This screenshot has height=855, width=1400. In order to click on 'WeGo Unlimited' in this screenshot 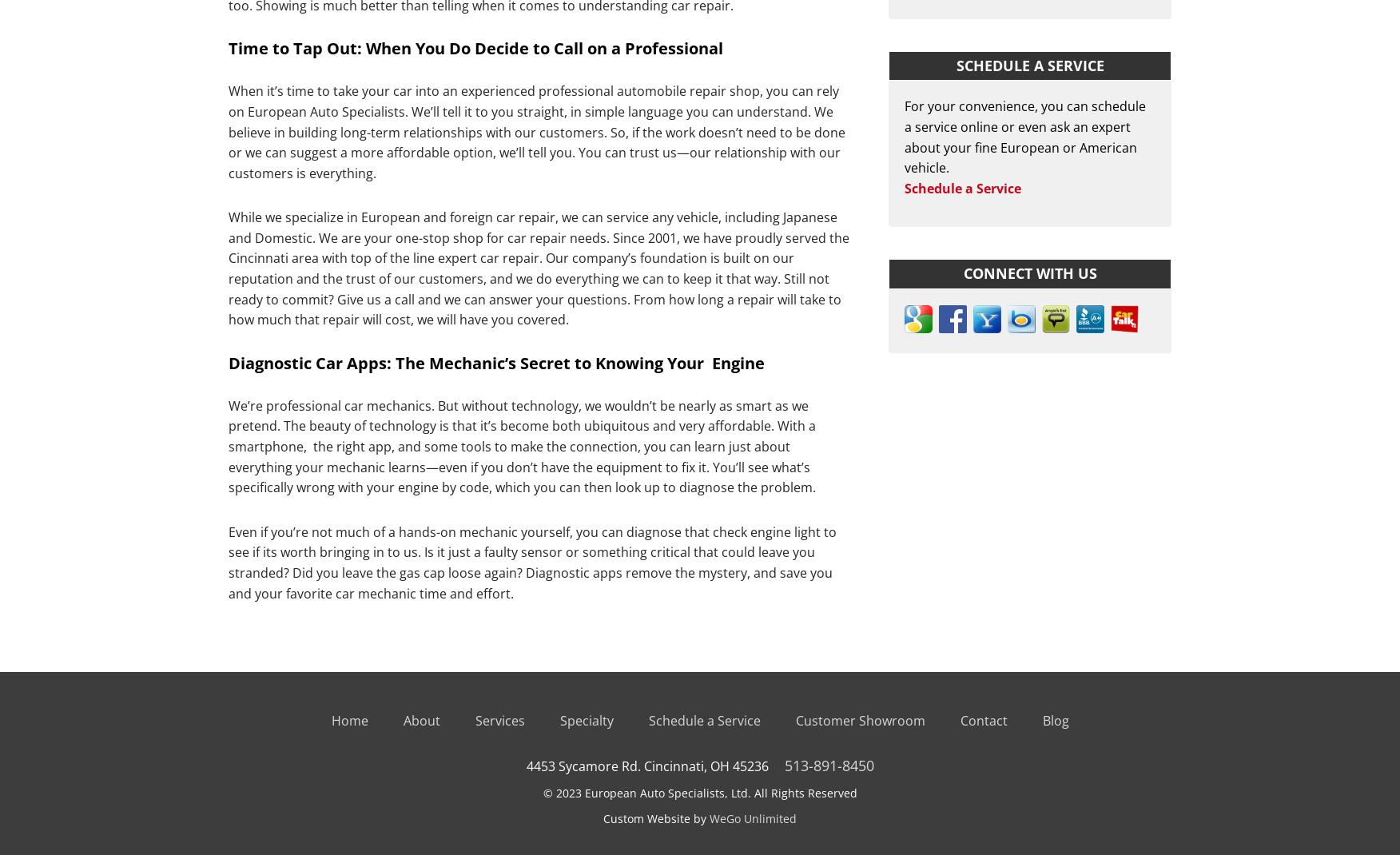, I will do `click(753, 818)`.